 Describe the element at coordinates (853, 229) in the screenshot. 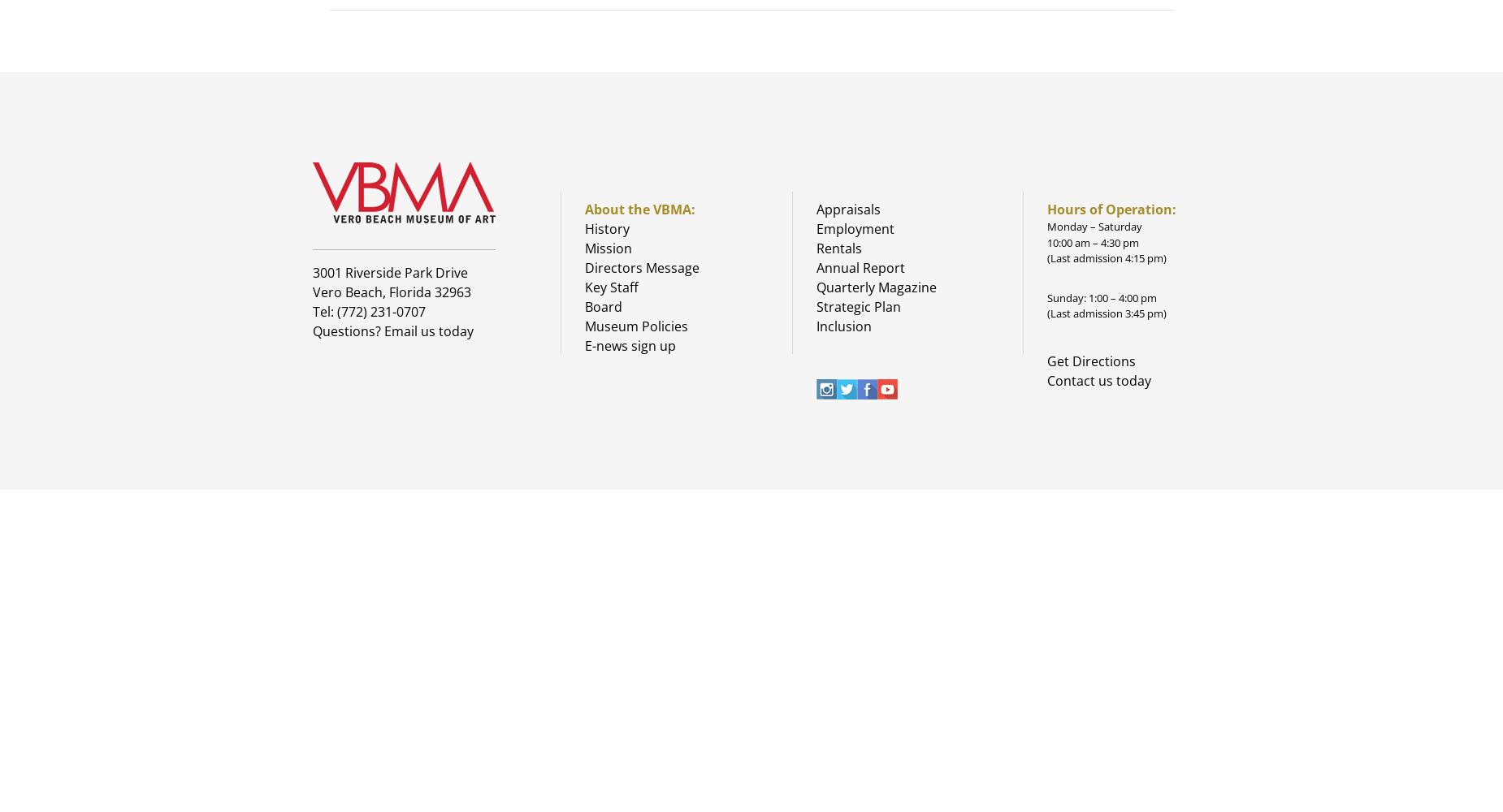

I see `'Employment'` at that location.